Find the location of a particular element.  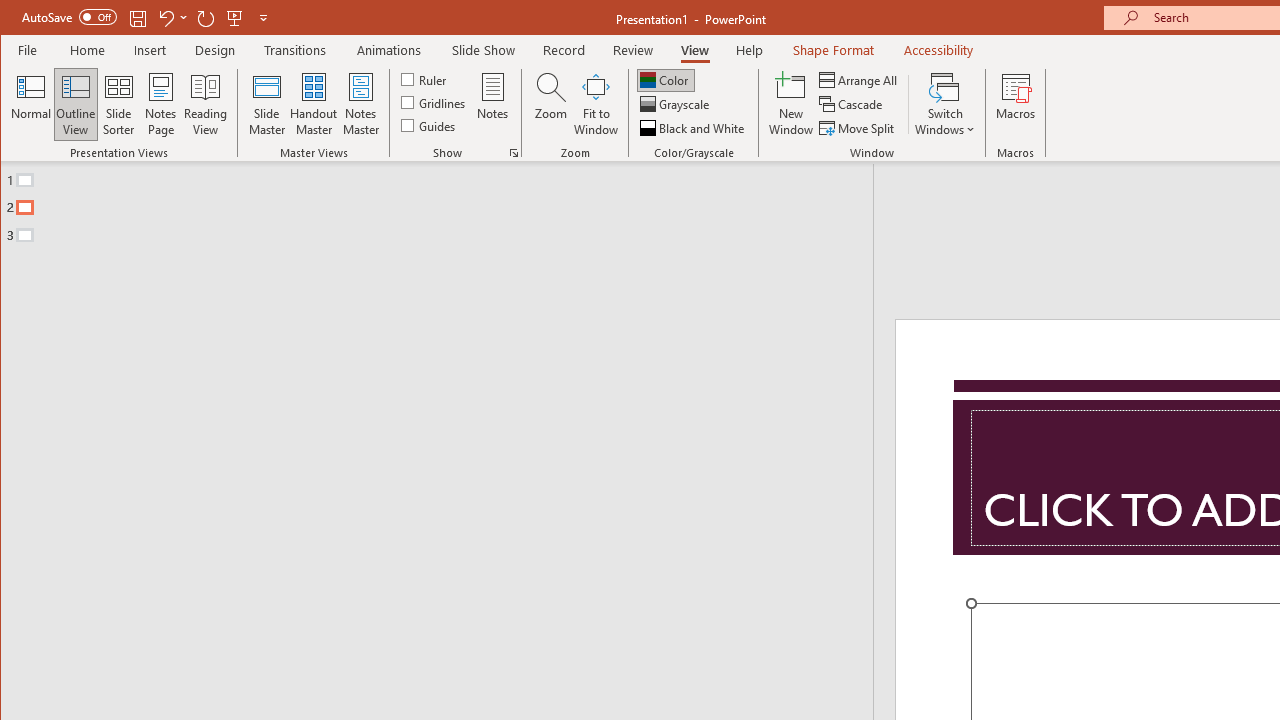

'Undo' is located at coordinates (165, 17).